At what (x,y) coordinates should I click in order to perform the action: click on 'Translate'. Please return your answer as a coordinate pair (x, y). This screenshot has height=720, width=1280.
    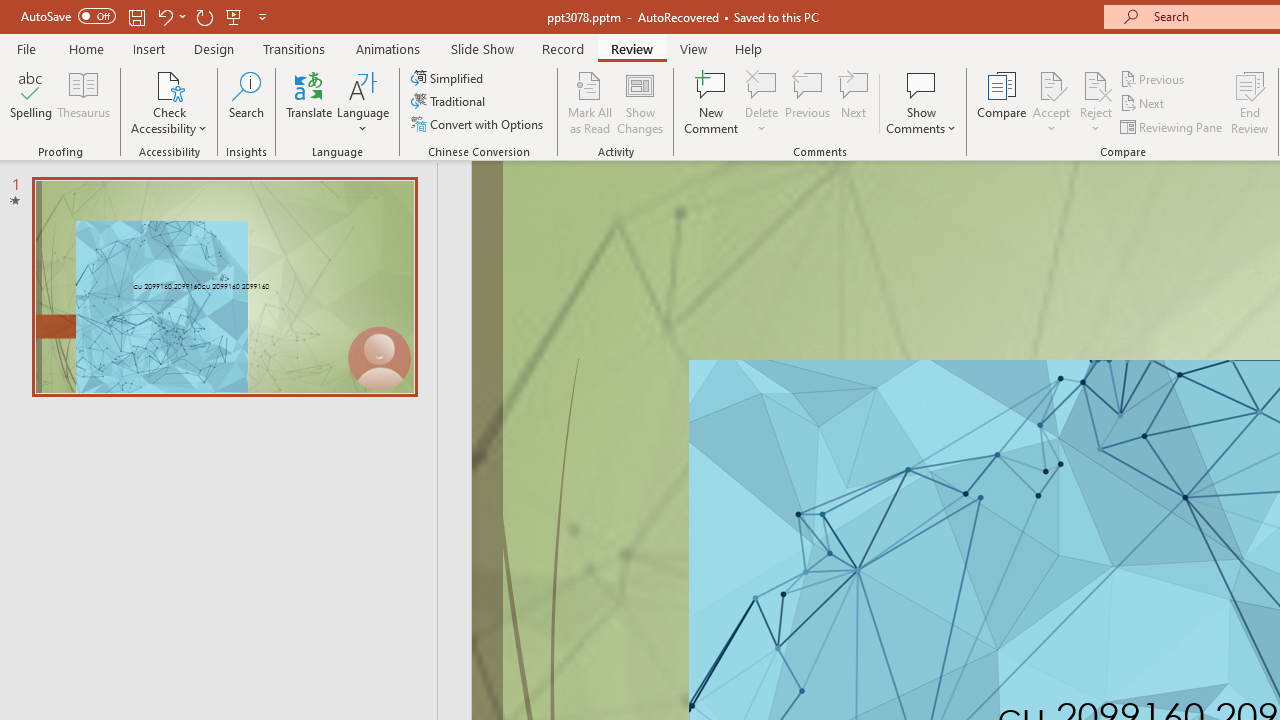
    Looking at the image, I should click on (308, 103).